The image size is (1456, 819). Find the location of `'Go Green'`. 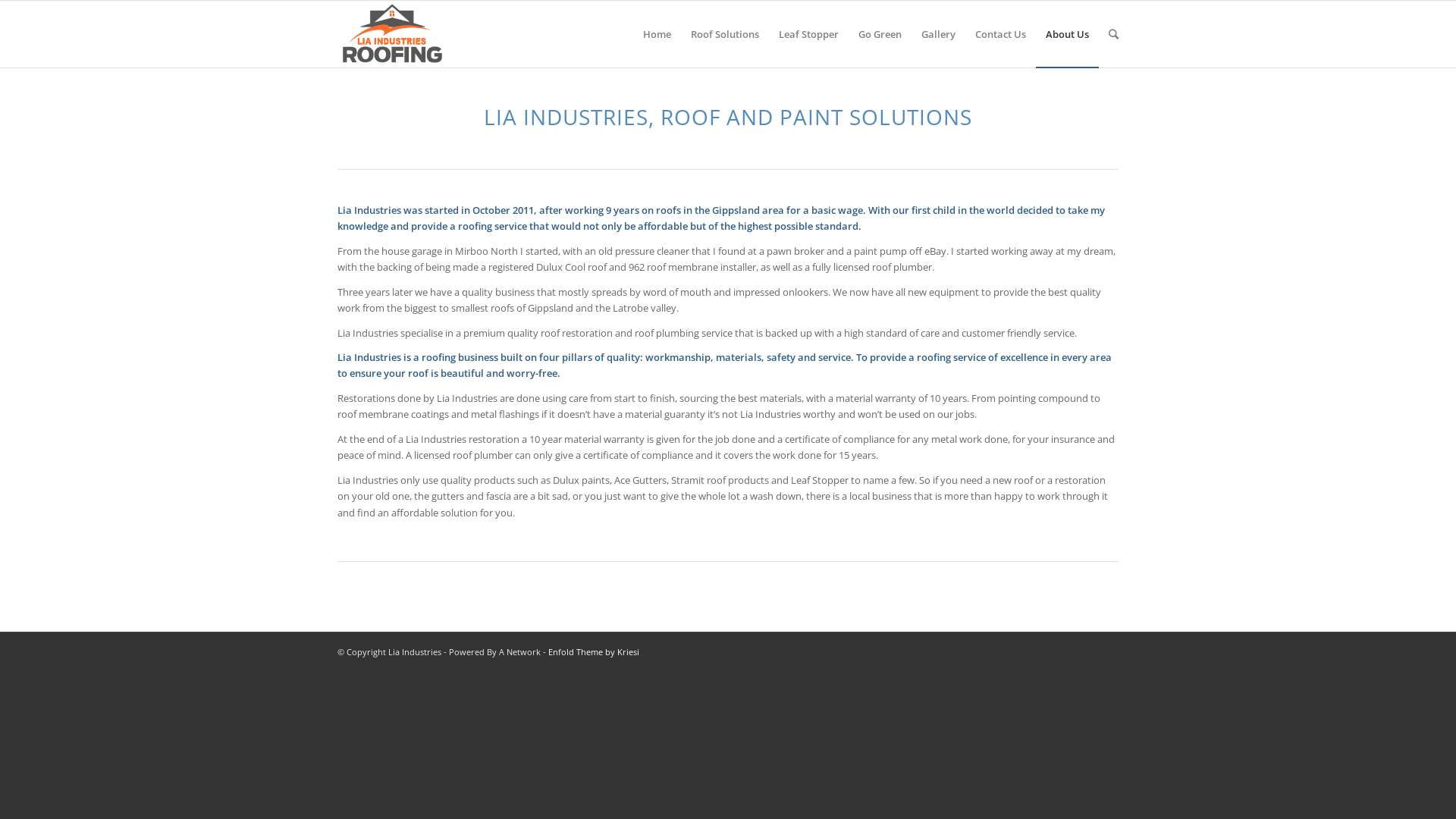

'Go Green' is located at coordinates (847, 34).